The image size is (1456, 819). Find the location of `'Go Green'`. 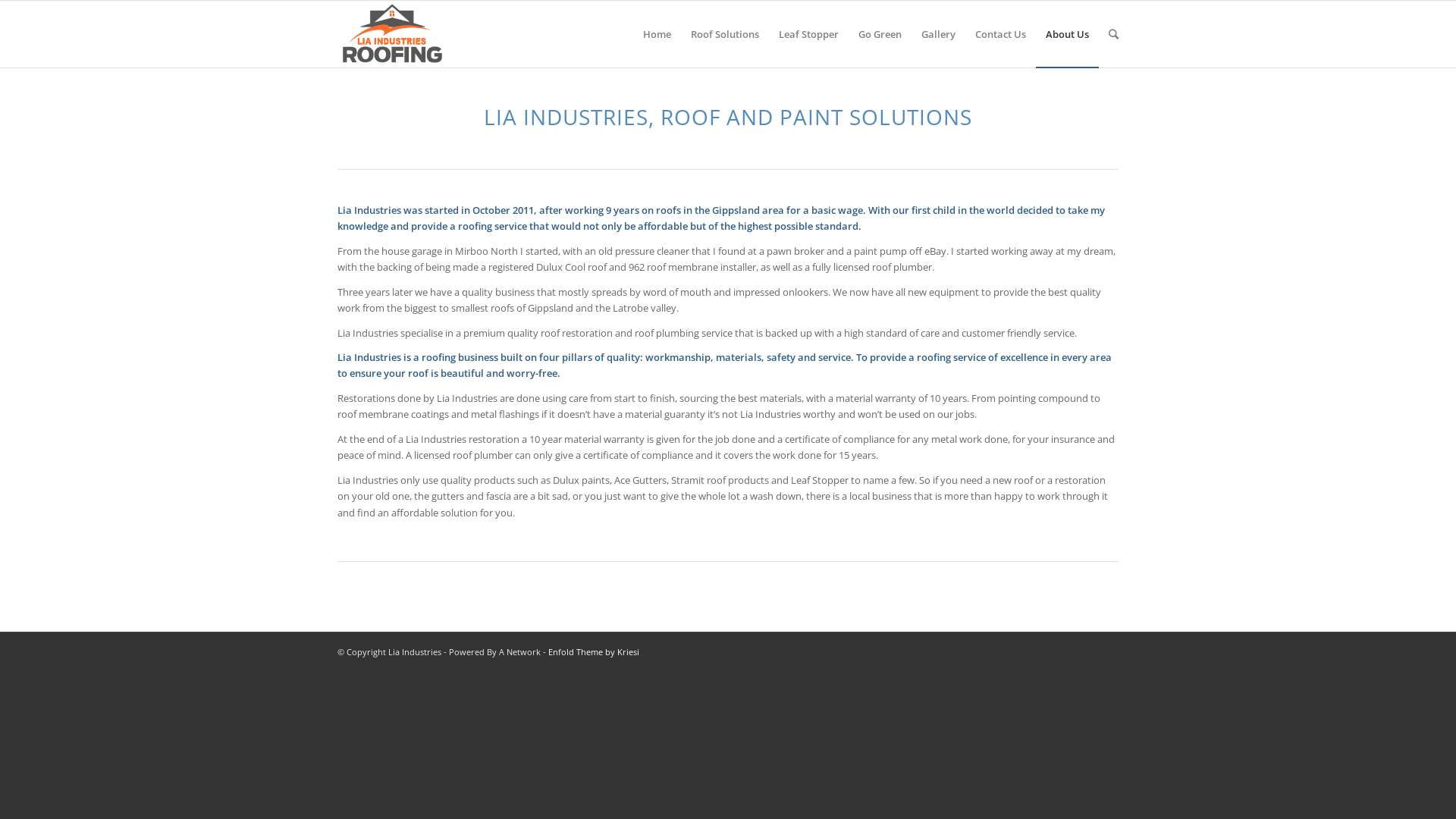

'Go Green' is located at coordinates (847, 34).